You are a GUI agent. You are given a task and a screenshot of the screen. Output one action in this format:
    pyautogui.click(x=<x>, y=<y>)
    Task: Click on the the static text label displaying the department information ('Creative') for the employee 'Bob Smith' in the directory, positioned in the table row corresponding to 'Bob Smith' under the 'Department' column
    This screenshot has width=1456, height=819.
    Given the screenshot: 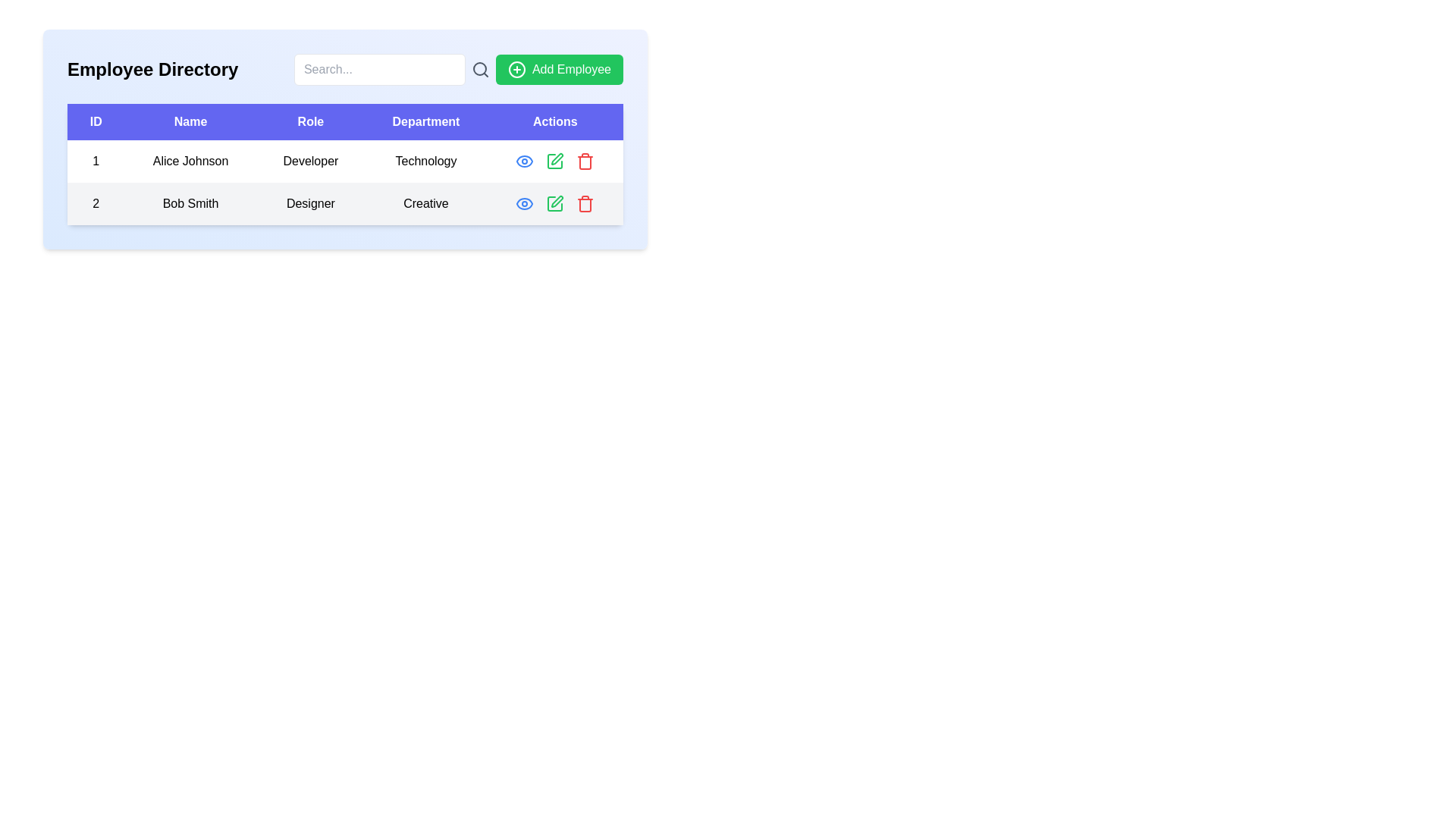 What is the action you would take?
    pyautogui.click(x=425, y=203)
    